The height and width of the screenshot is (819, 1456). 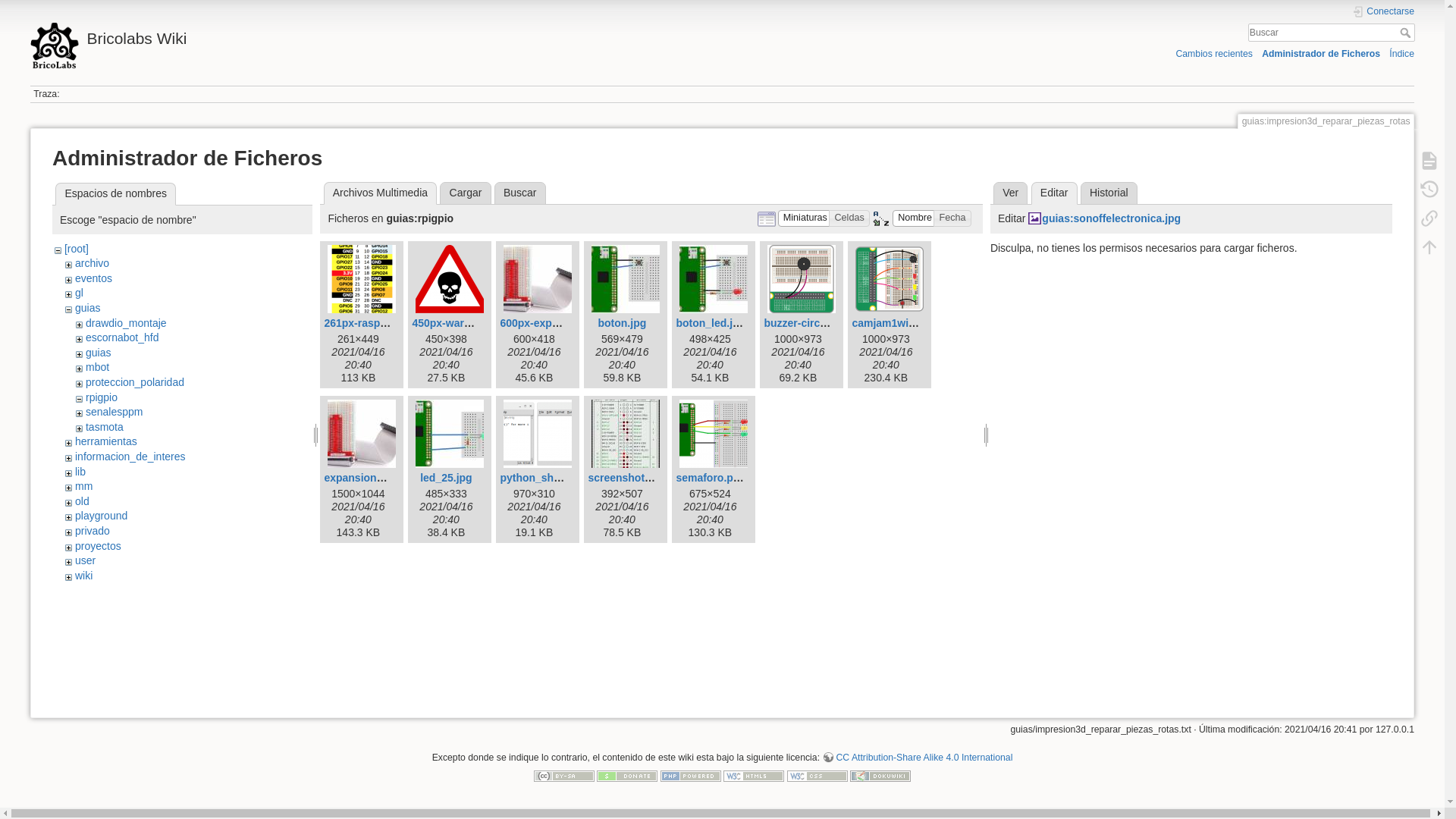 I want to click on 'expansion_raspi.jpg', so click(x=375, y=476).